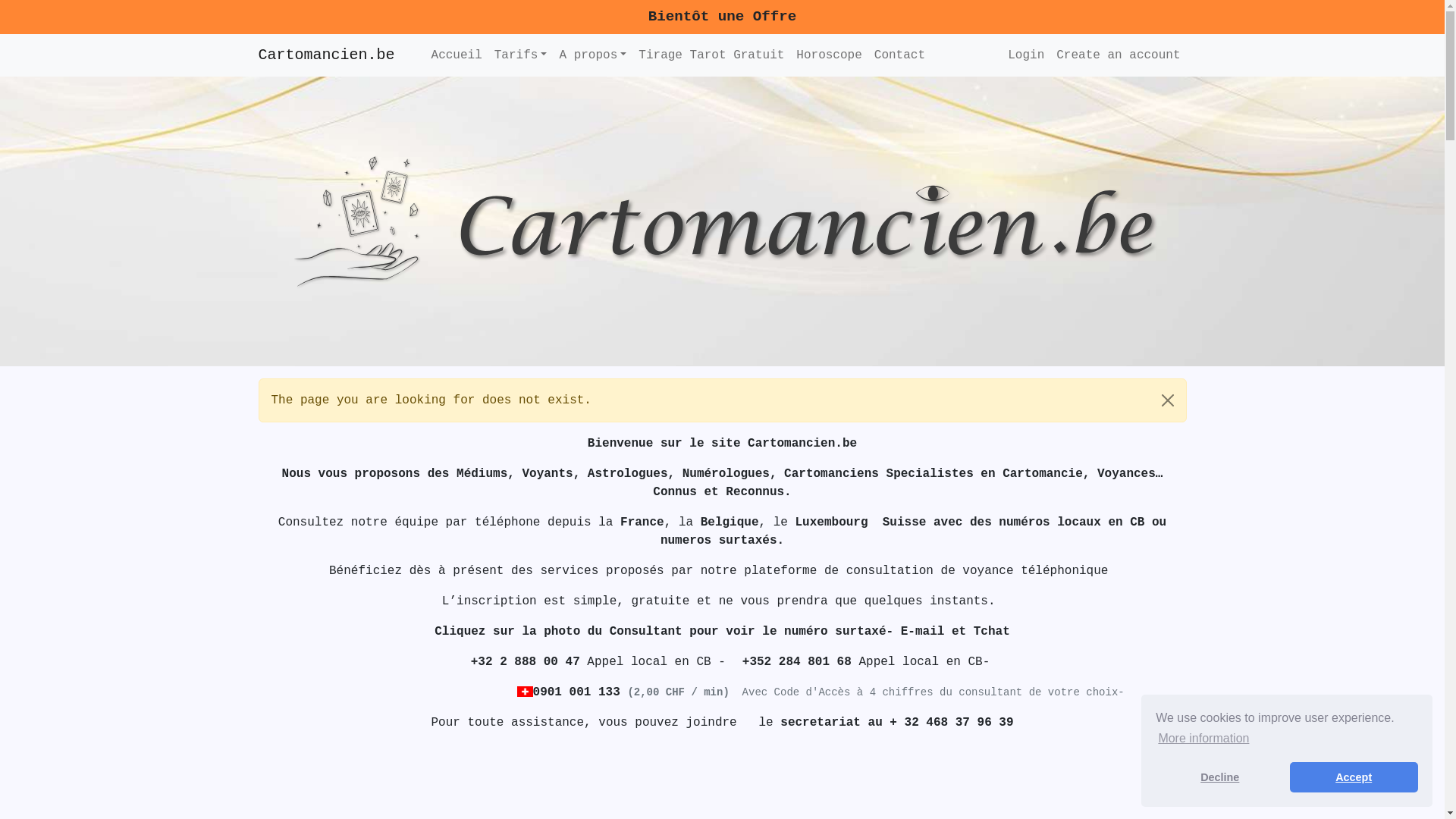  What do you see at coordinates (456, 55) in the screenshot?
I see `'Accueil'` at bounding box center [456, 55].